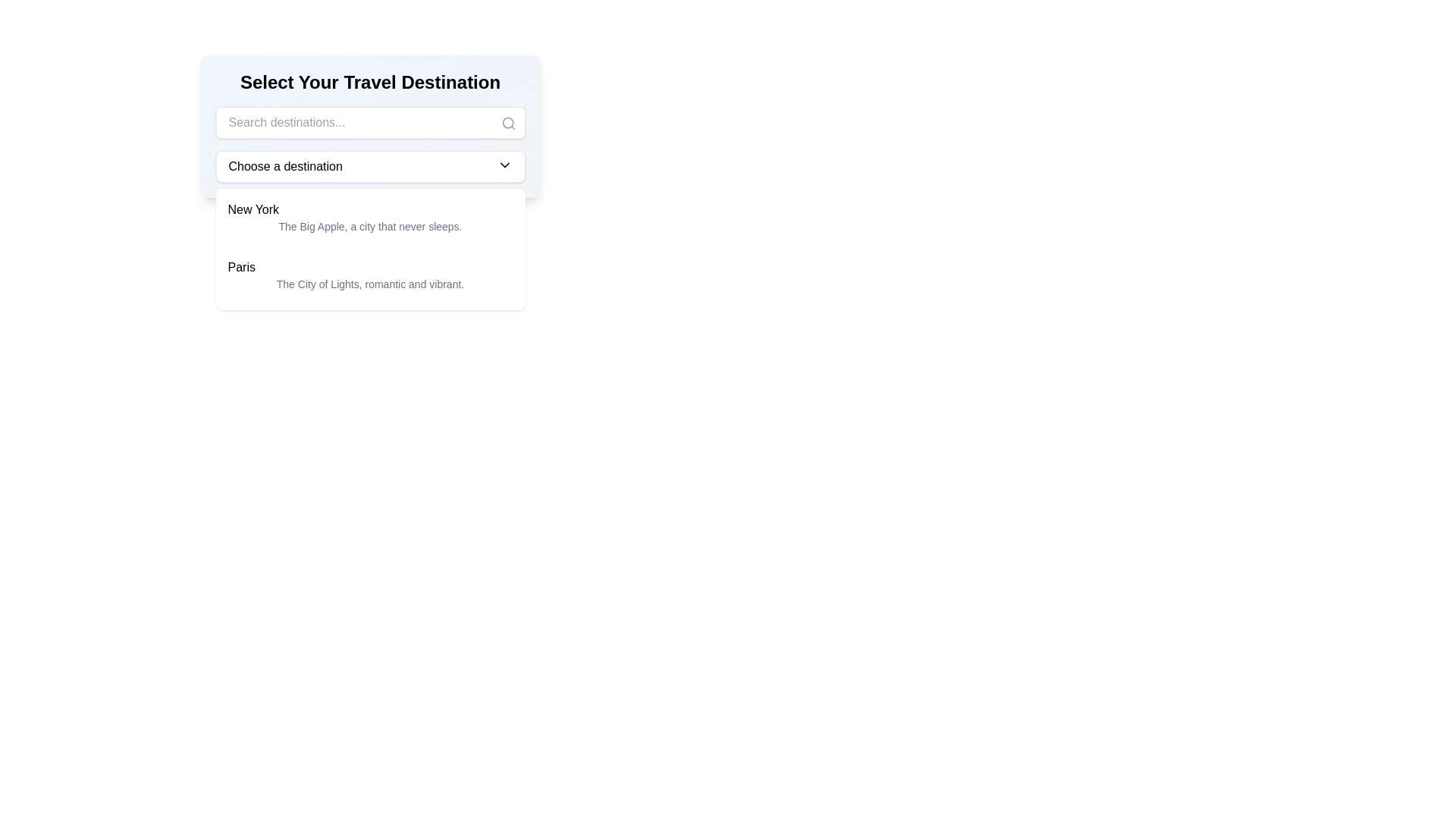 This screenshot has width=1456, height=819. I want to click on the description text stating 'The City of Lights, romantic and vibrant.' located under the 'Paris' entry in the dropdown menu, so click(370, 284).